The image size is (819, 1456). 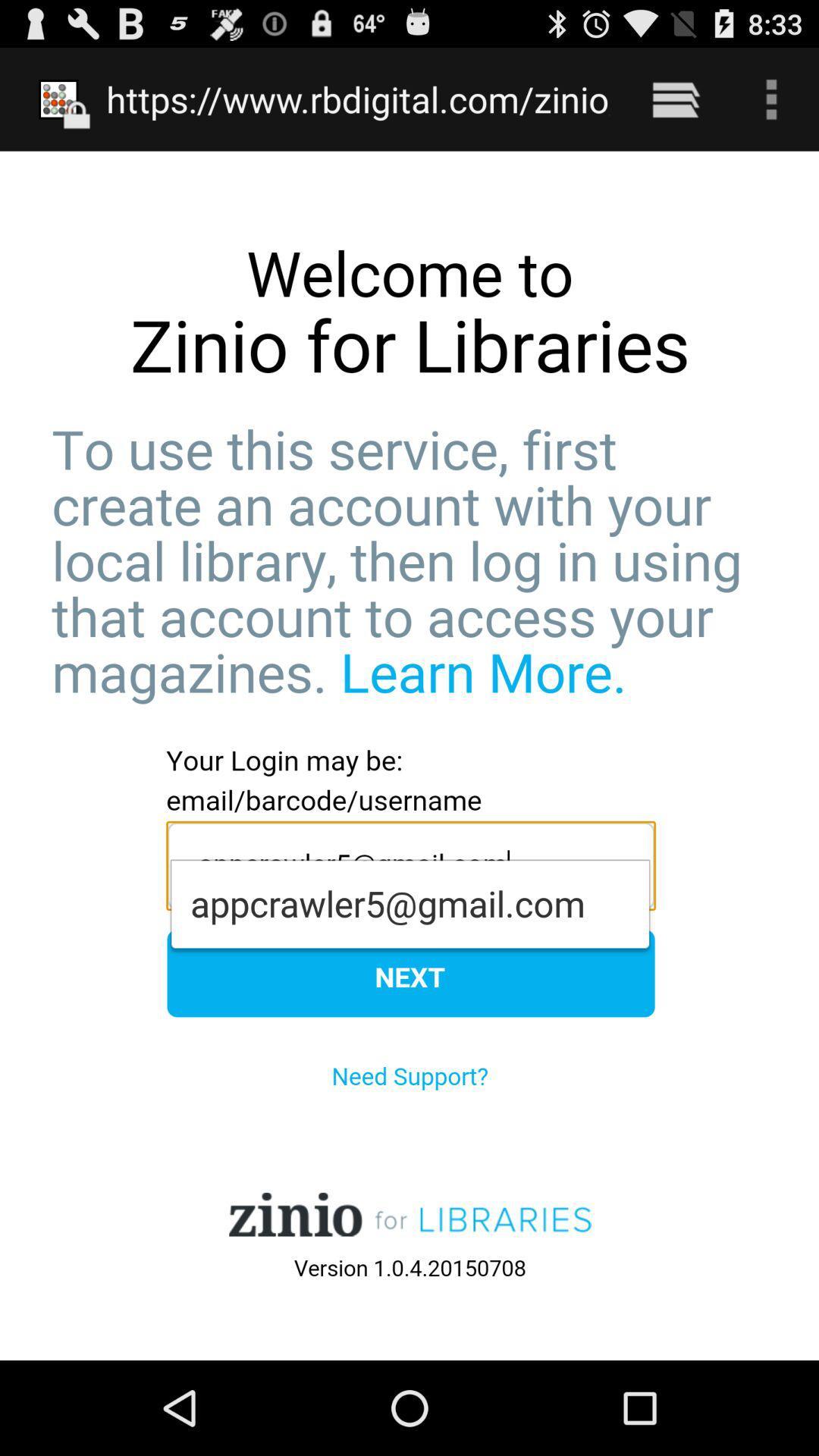 What do you see at coordinates (358, 99) in the screenshot?
I see `the https www rbdigital at the top` at bounding box center [358, 99].